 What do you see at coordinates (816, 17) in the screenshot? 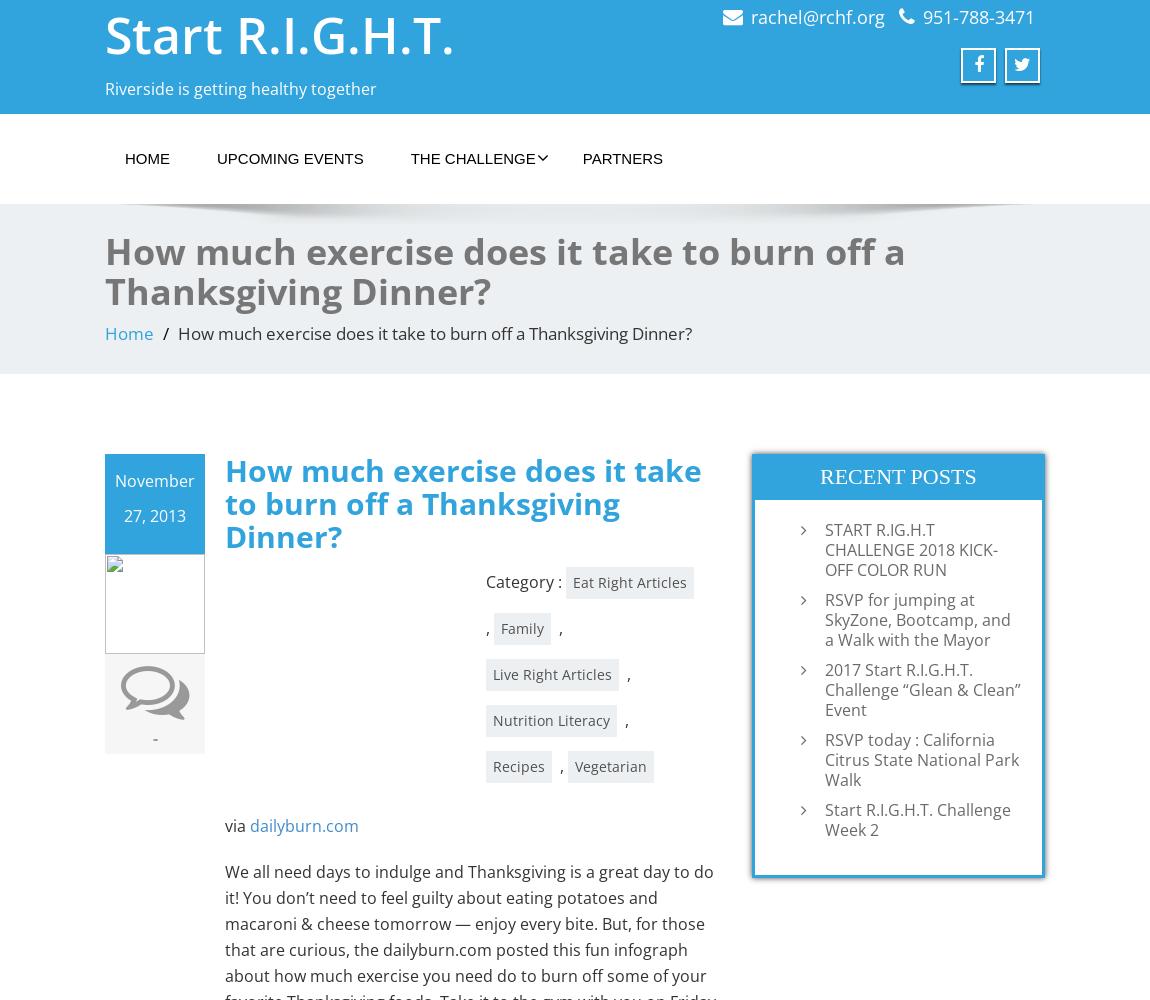
I see `'rachel@rchf.org'` at bounding box center [816, 17].